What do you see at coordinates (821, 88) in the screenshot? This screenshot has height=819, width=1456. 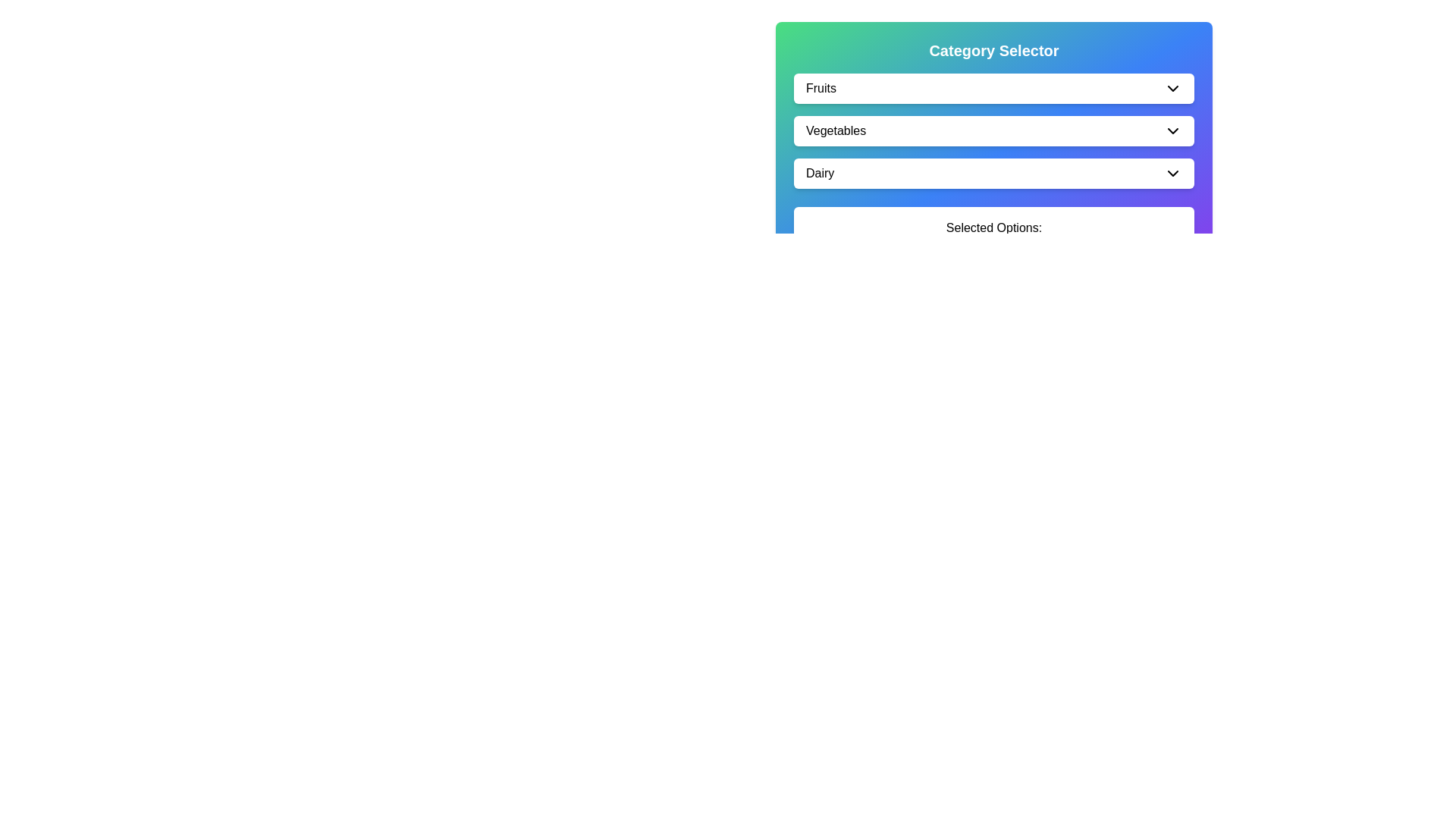 I see `the 'Fruits' label, which is bold, black, and aligned to the left within a horizontal layout, to possibly select or toggle the category` at bounding box center [821, 88].